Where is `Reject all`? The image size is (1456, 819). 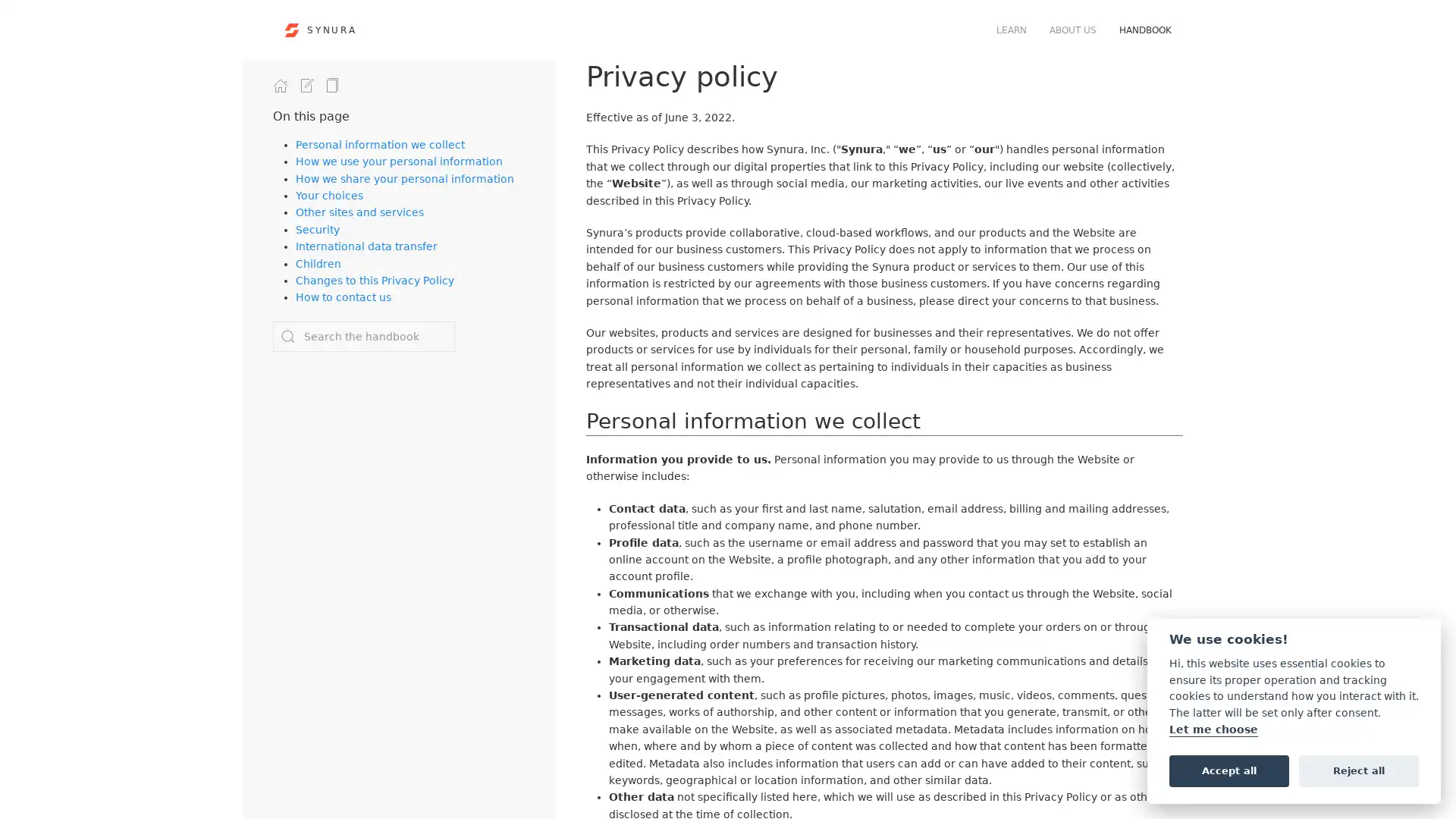
Reject all is located at coordinates (1358, 770).